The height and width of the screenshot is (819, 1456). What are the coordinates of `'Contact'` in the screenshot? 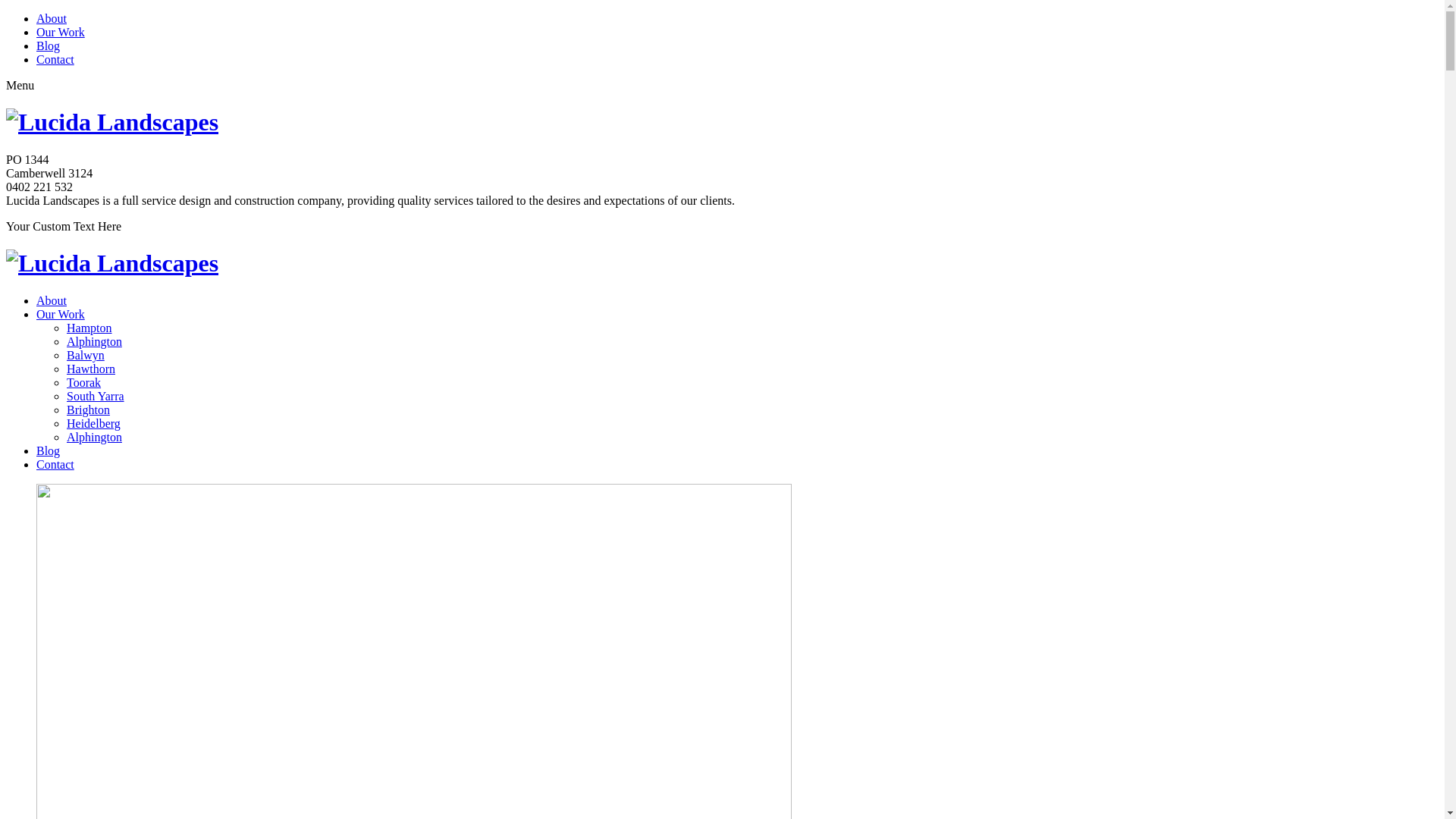 It's located at (36, 463).